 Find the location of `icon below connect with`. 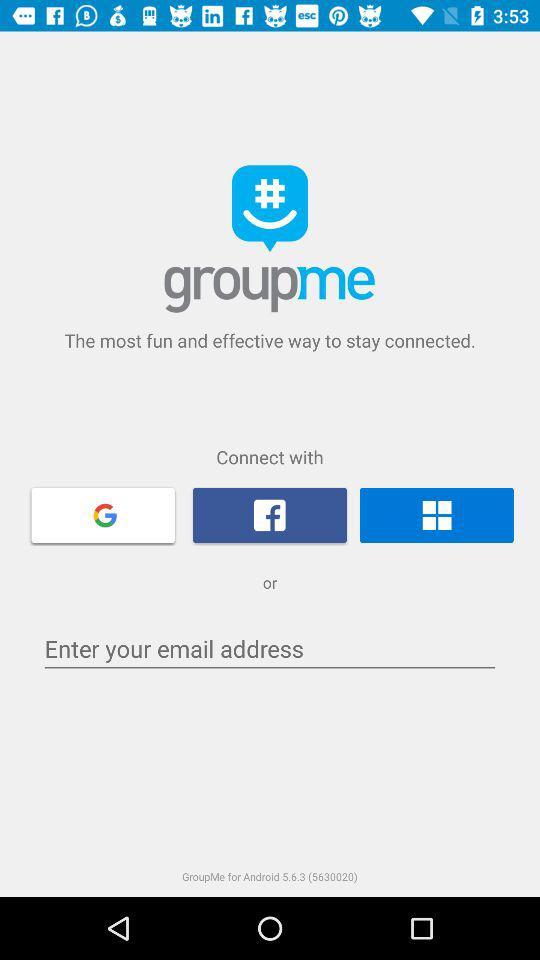

icon below connect with is located at coordinates (270, 514).